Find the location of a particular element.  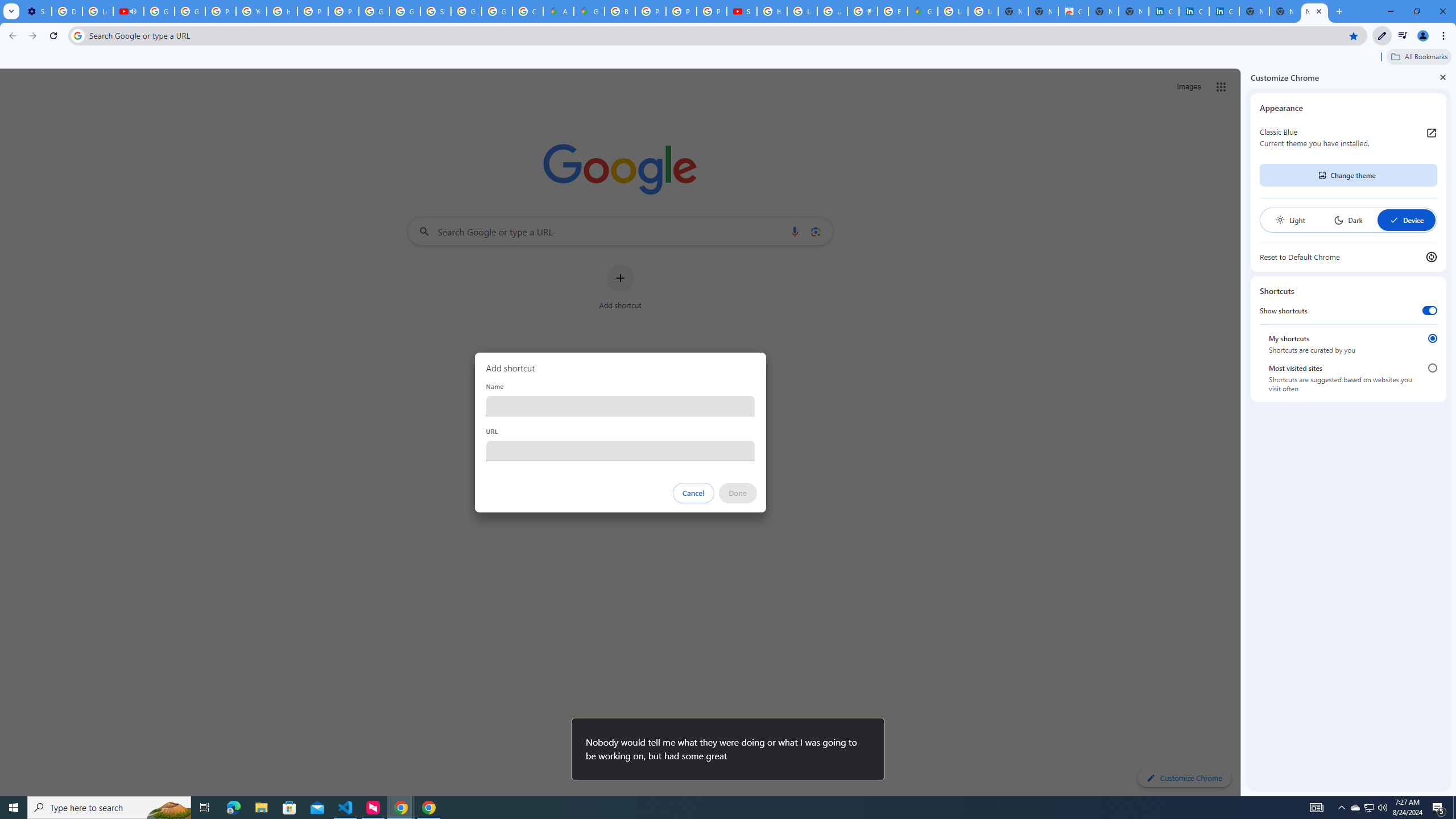

'Google Maps' is located at coordinates (923, 11).